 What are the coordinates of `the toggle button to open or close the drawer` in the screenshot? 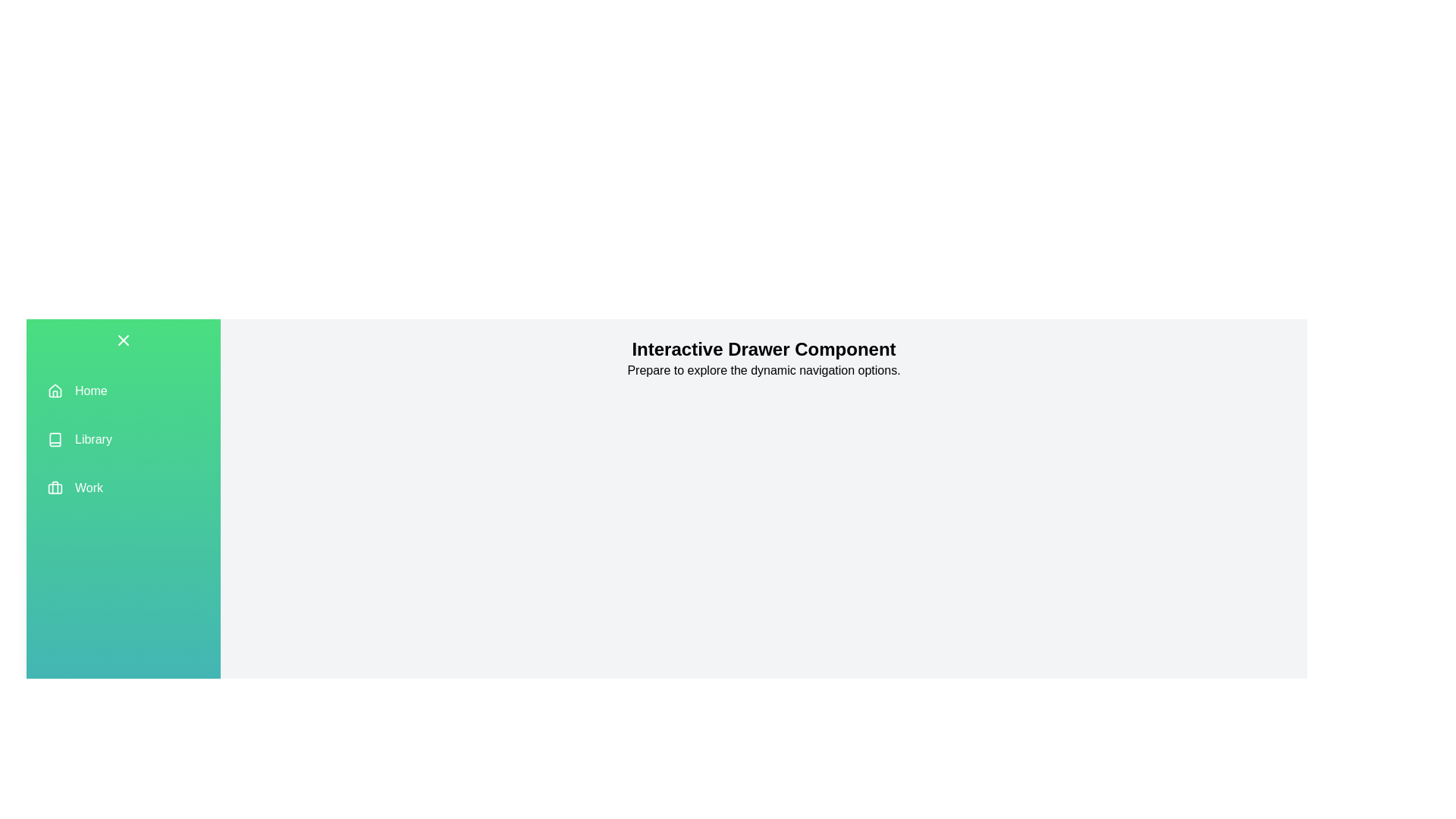 It's located at (124, 339).